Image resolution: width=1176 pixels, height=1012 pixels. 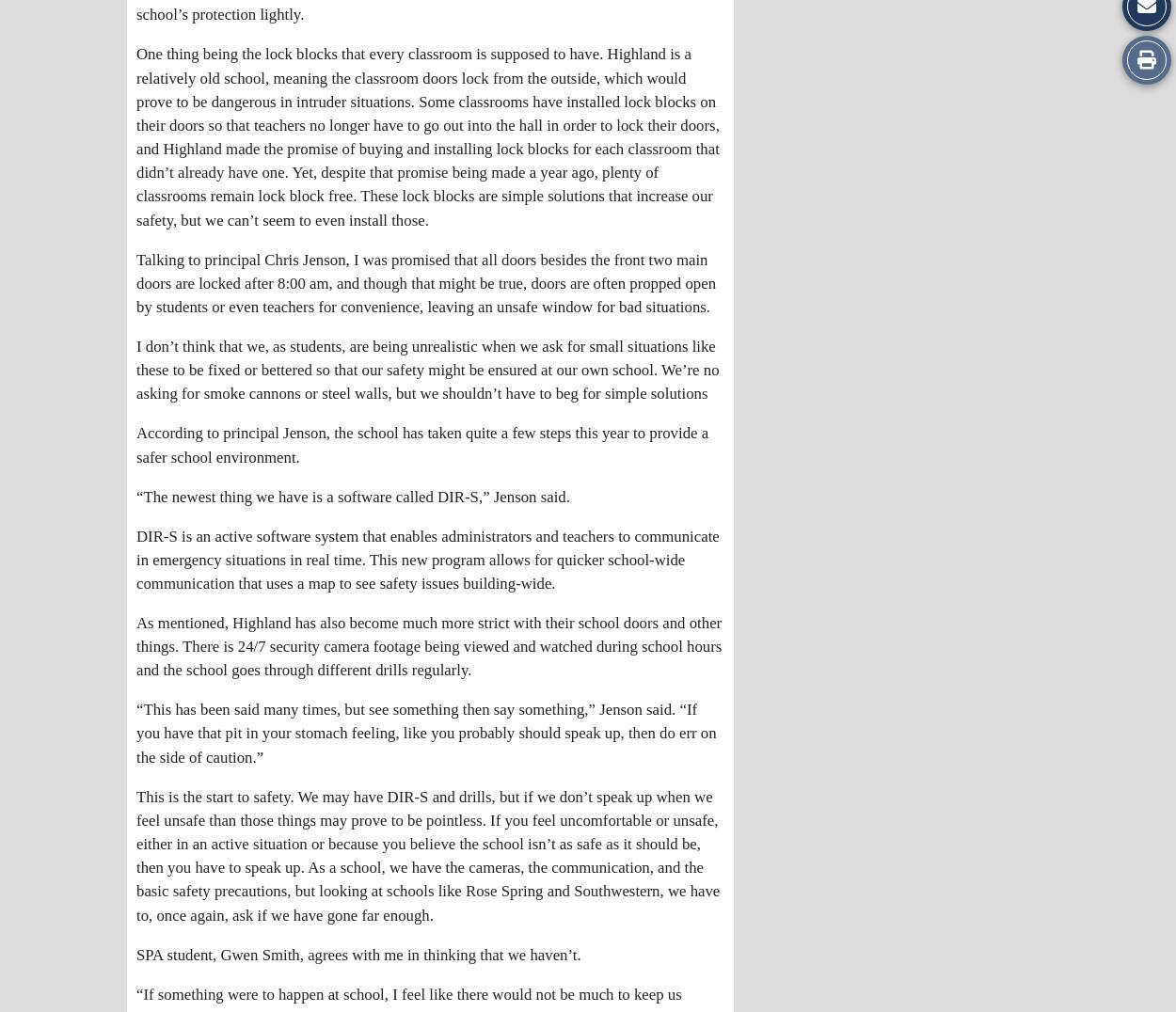 What do you see at coordinates (136, 559) in the screenshot?
I see `'DIR-S is an active software system that enables administrators and teachers to communicate in emergency situations in real time. This new program allows for quicker school-wide communication that uses a map to see safety issues building-wide.'` at bounding box center [136, 559].